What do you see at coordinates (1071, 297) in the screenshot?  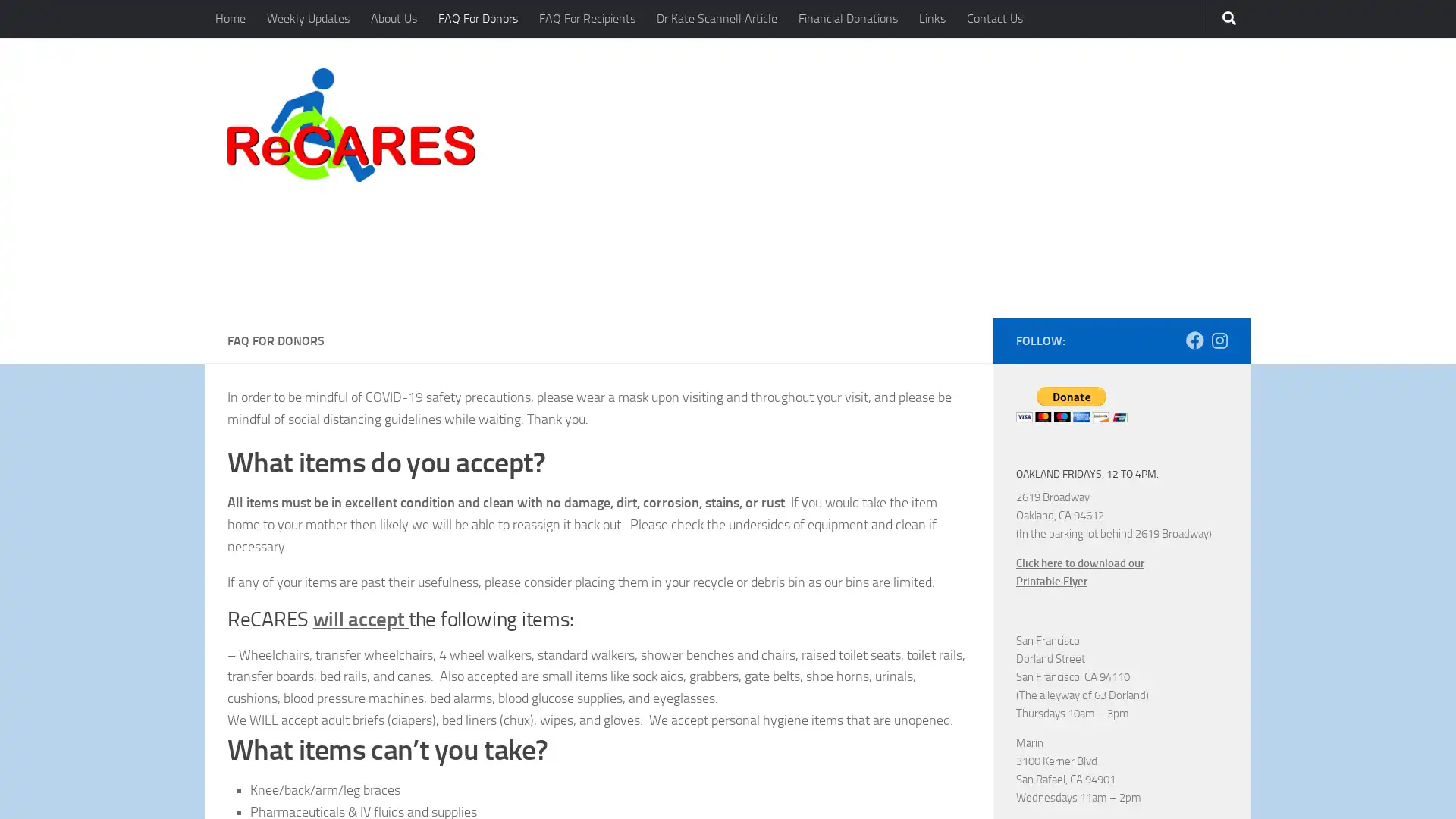 I see `Donate with PayPal button` at bounding box center [1071, 297].